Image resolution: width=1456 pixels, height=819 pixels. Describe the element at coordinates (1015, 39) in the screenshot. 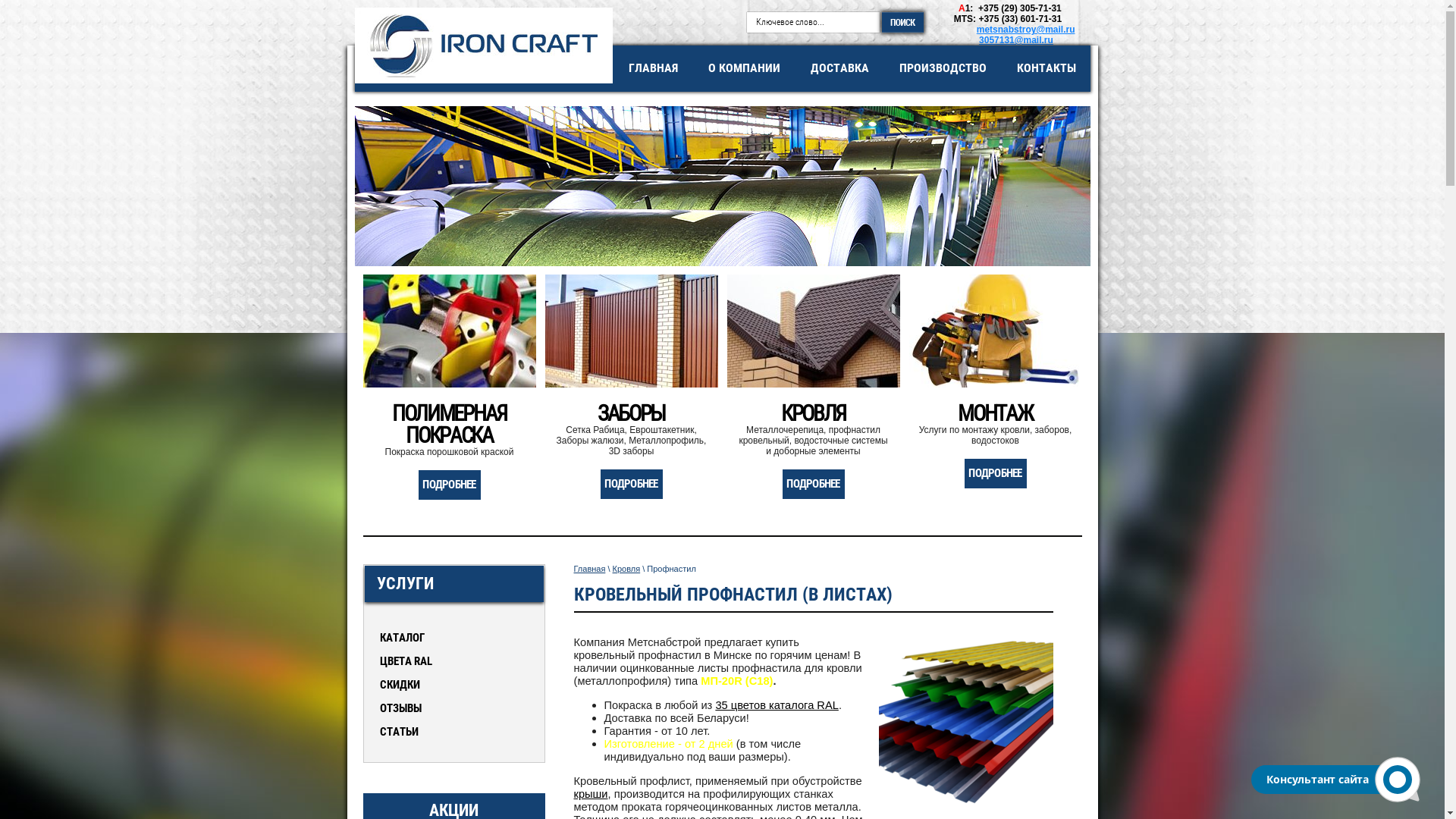

I see `'3057131@mail.ru'` at that location.